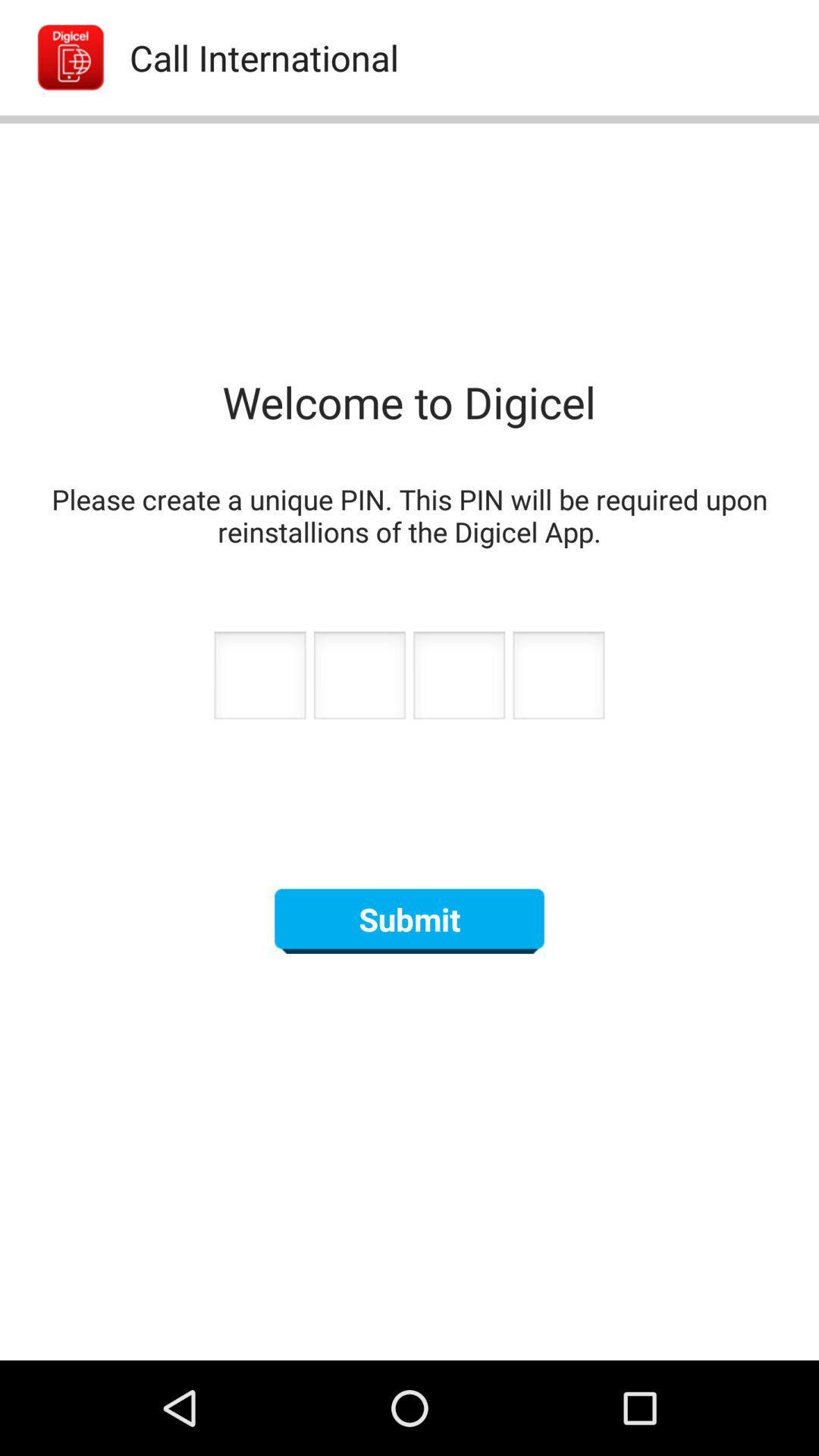 The height and width of the screenshot is (1456, 819). What do you see at coordinates (259, 679) in the screenshot?
I see `digit for pin` at bounding box center [259, 679].